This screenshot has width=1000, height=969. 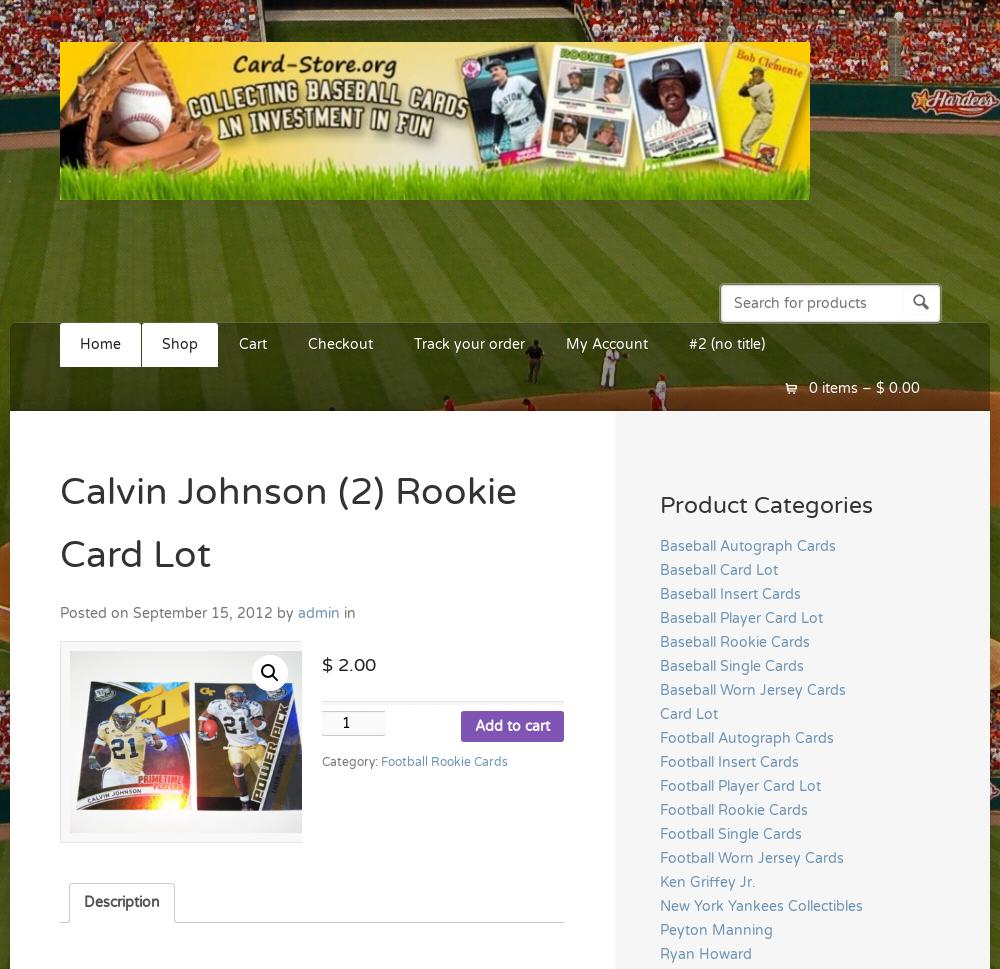 What do you see at coordinates (318, 612) in the screenshot?
I see `'admin'` at bounding box center [318, 612].